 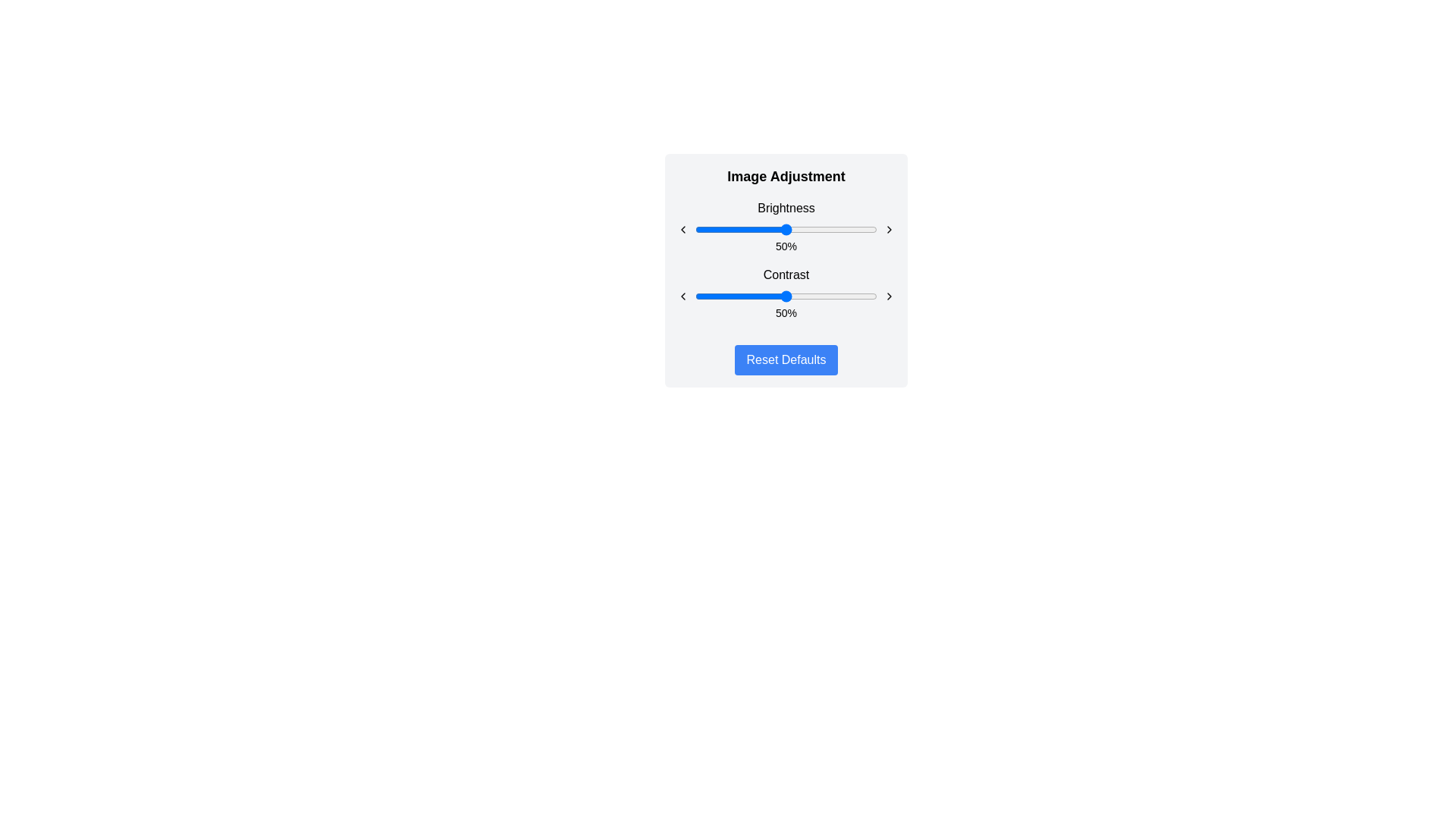 I want to click on contrast, so click(x=842, y=296).